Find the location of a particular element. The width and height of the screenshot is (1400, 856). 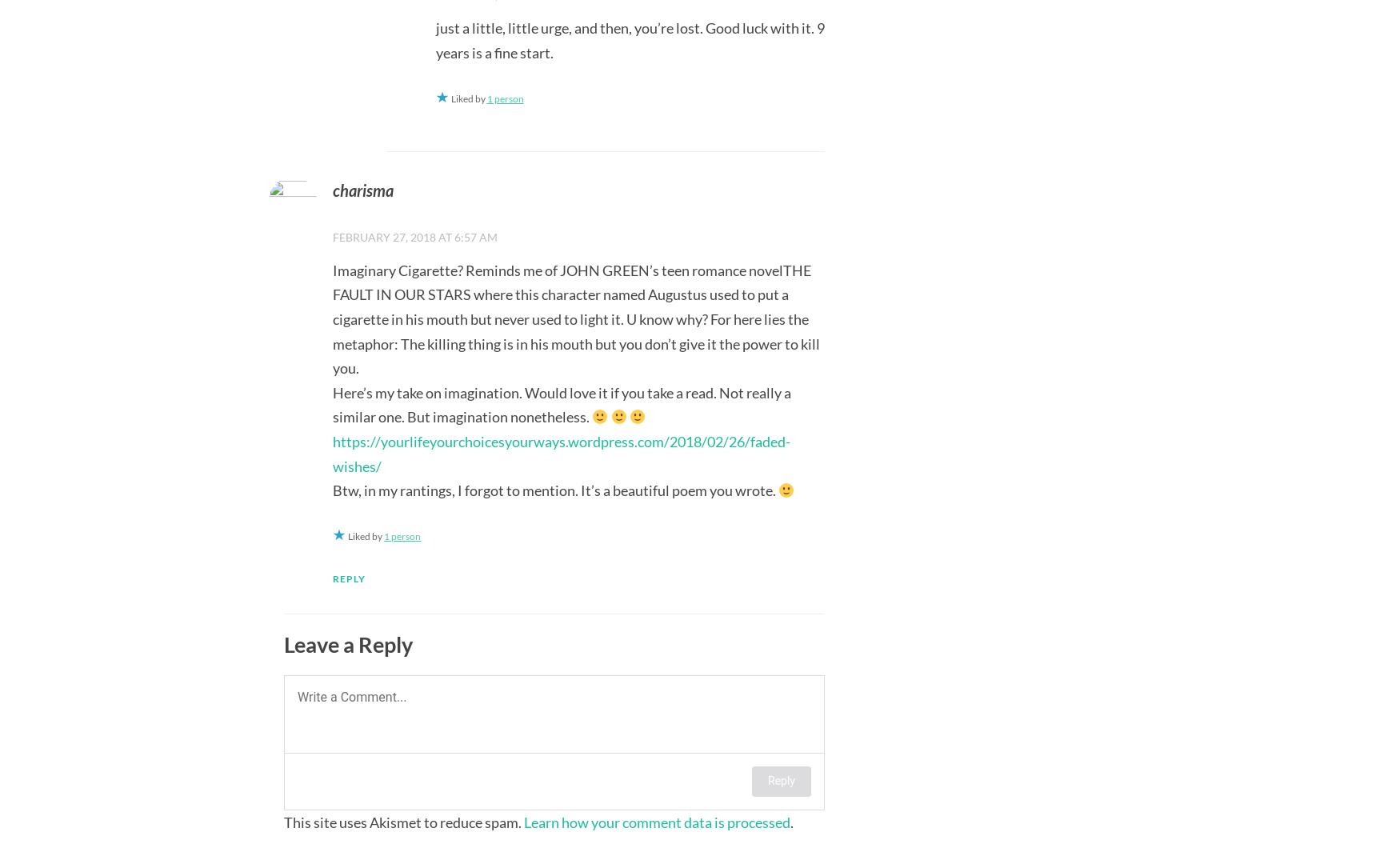

'charisma' is located at coordinates (362, 189).